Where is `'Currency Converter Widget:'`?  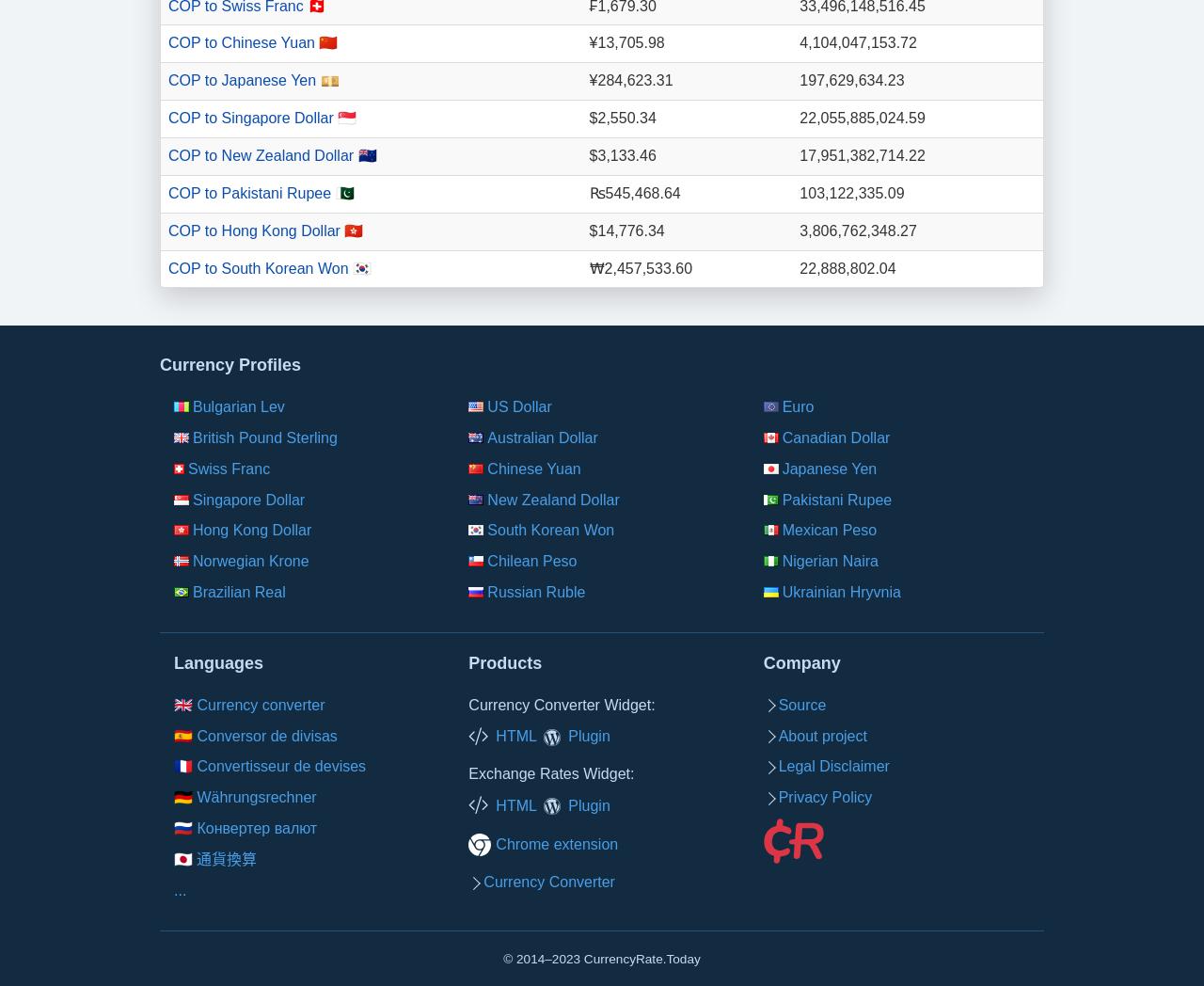 'Currency Converter Widget:' is located at coordinates (560, 704).